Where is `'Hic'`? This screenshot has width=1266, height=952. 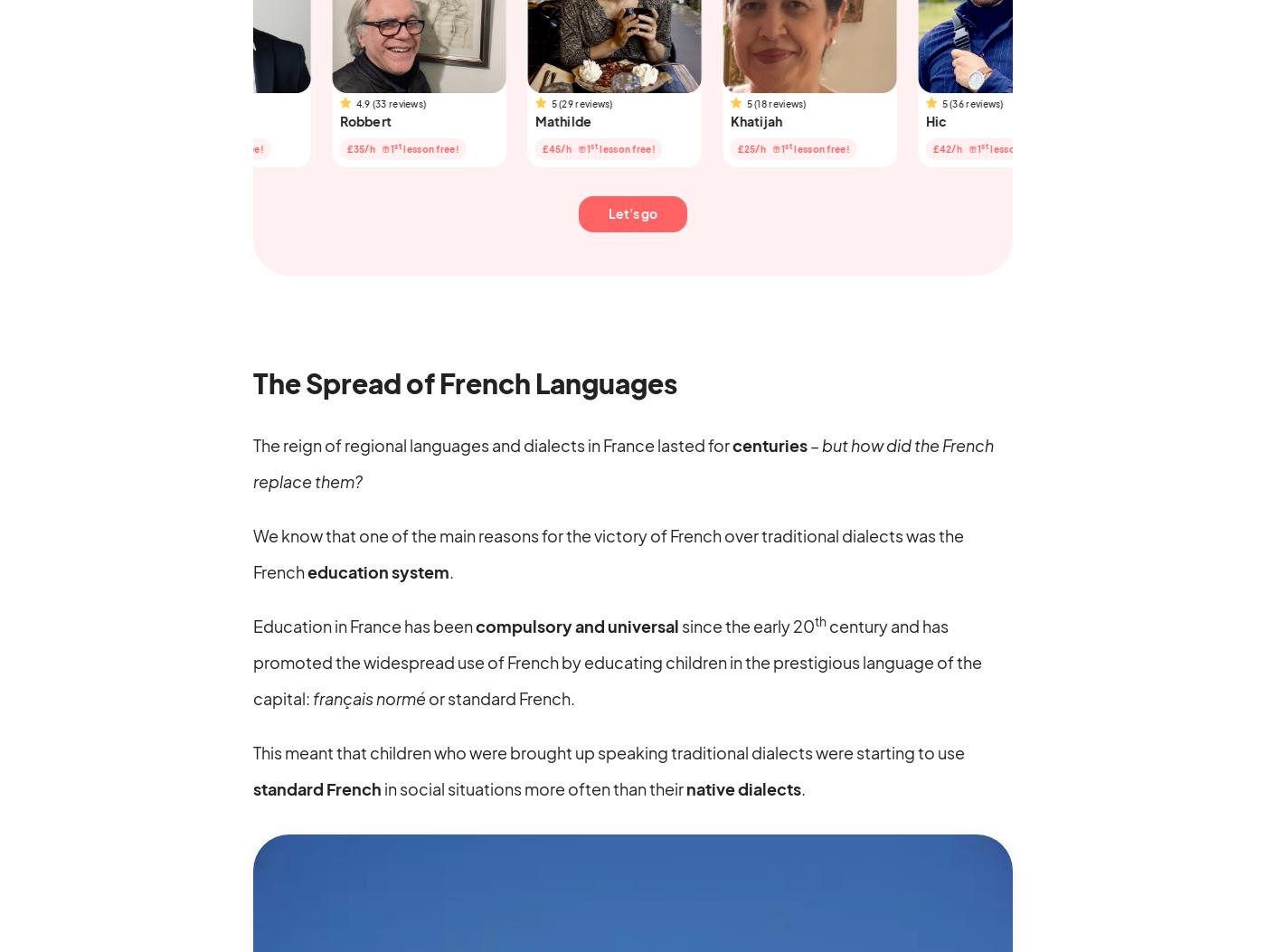
'Hic' is located at coordinates (835, 119).